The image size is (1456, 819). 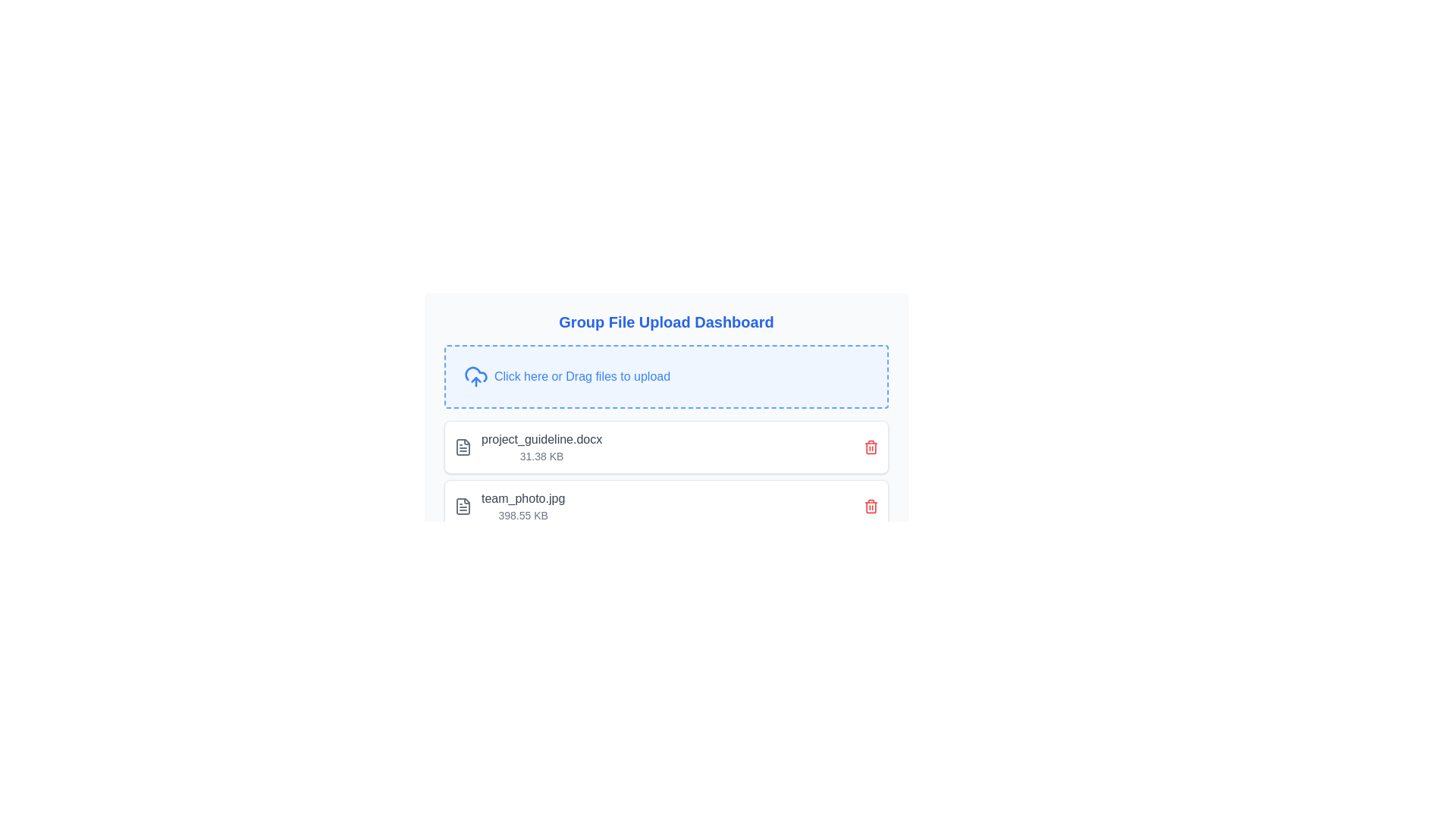 I want to click on the clickable label with integrated icon located under the 'Group File Upload Dashboard' heading to receive visual feedback, so click(x=666, y=376).